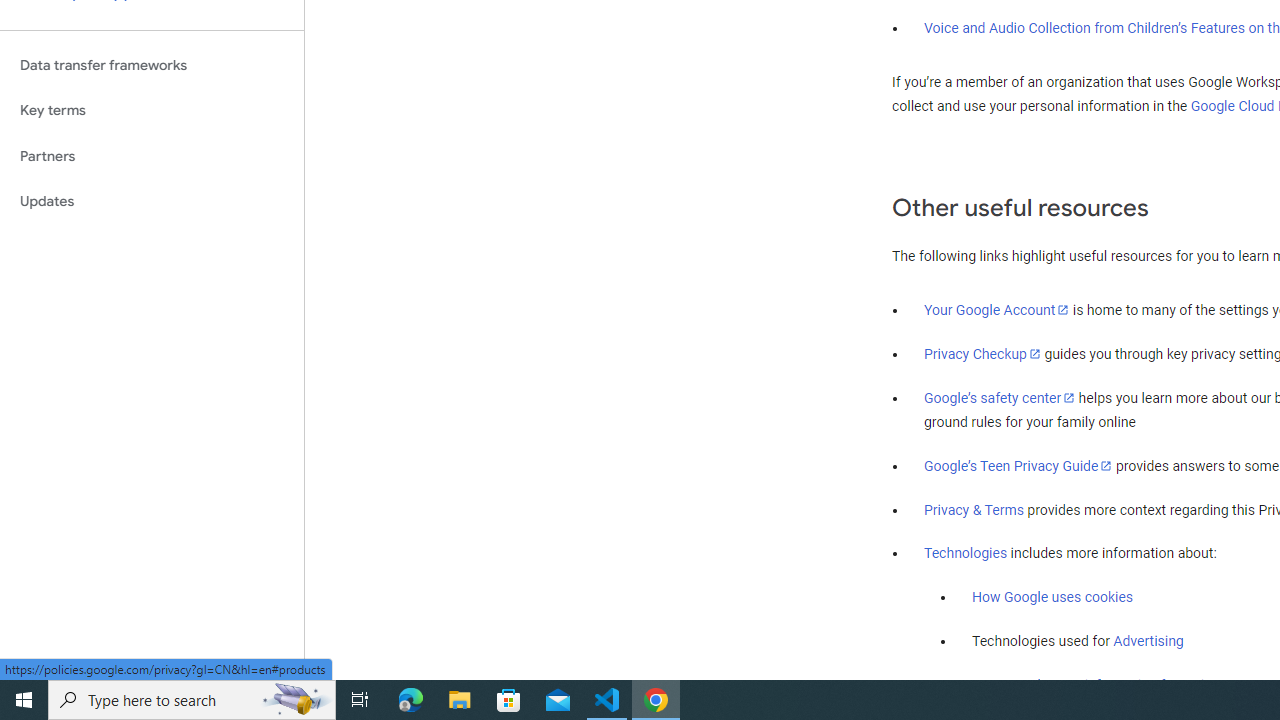 The image size is (1280, 720). Describe the element at coordinates (982, 352) in the screenshot. I see `'Privacy Checkup'` at that location.